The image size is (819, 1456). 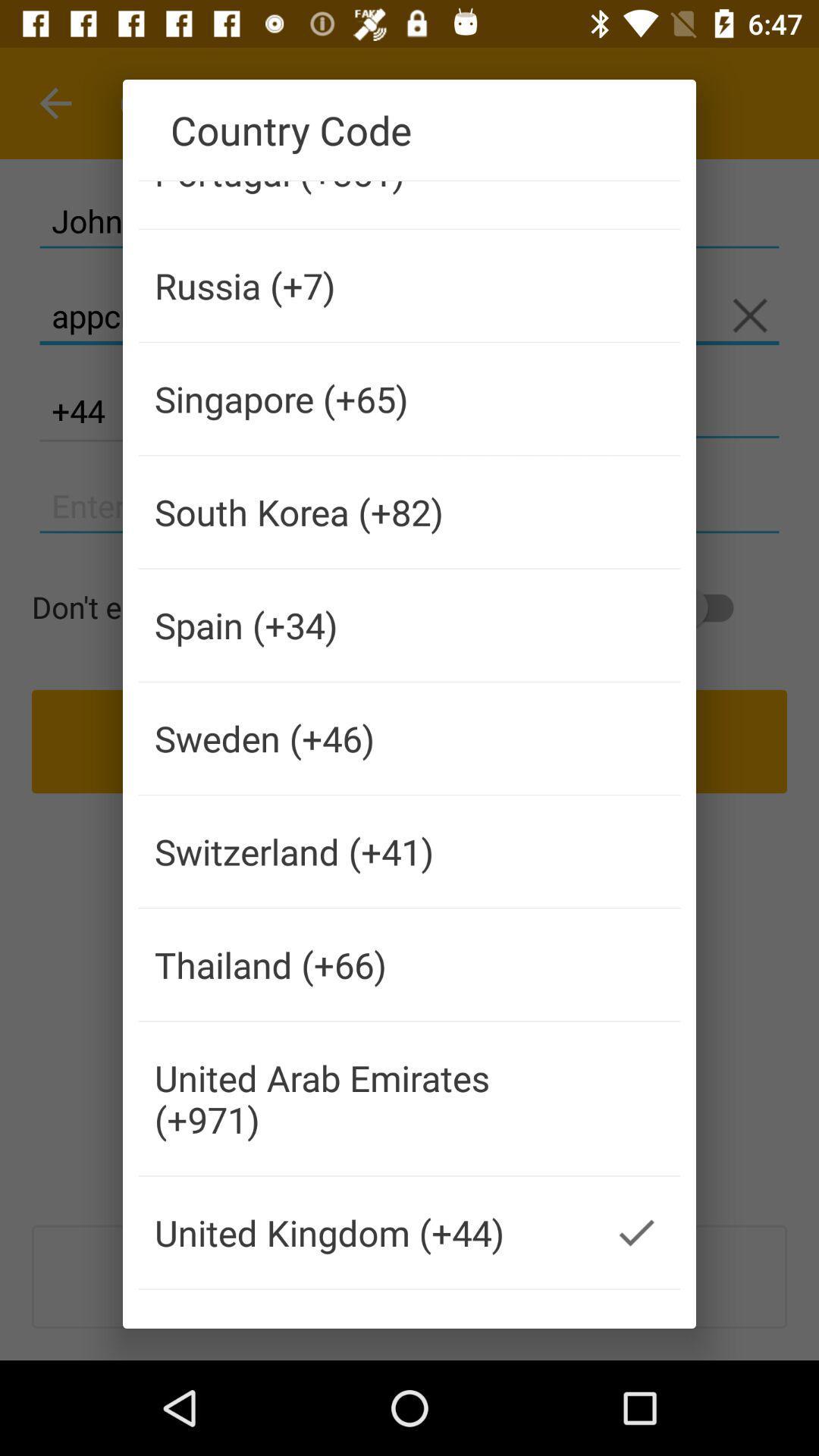 What do you see at coordinates (366, 204) in the screenshot?
I see `the item above russia (+7)` at bounding box center [366, 204].